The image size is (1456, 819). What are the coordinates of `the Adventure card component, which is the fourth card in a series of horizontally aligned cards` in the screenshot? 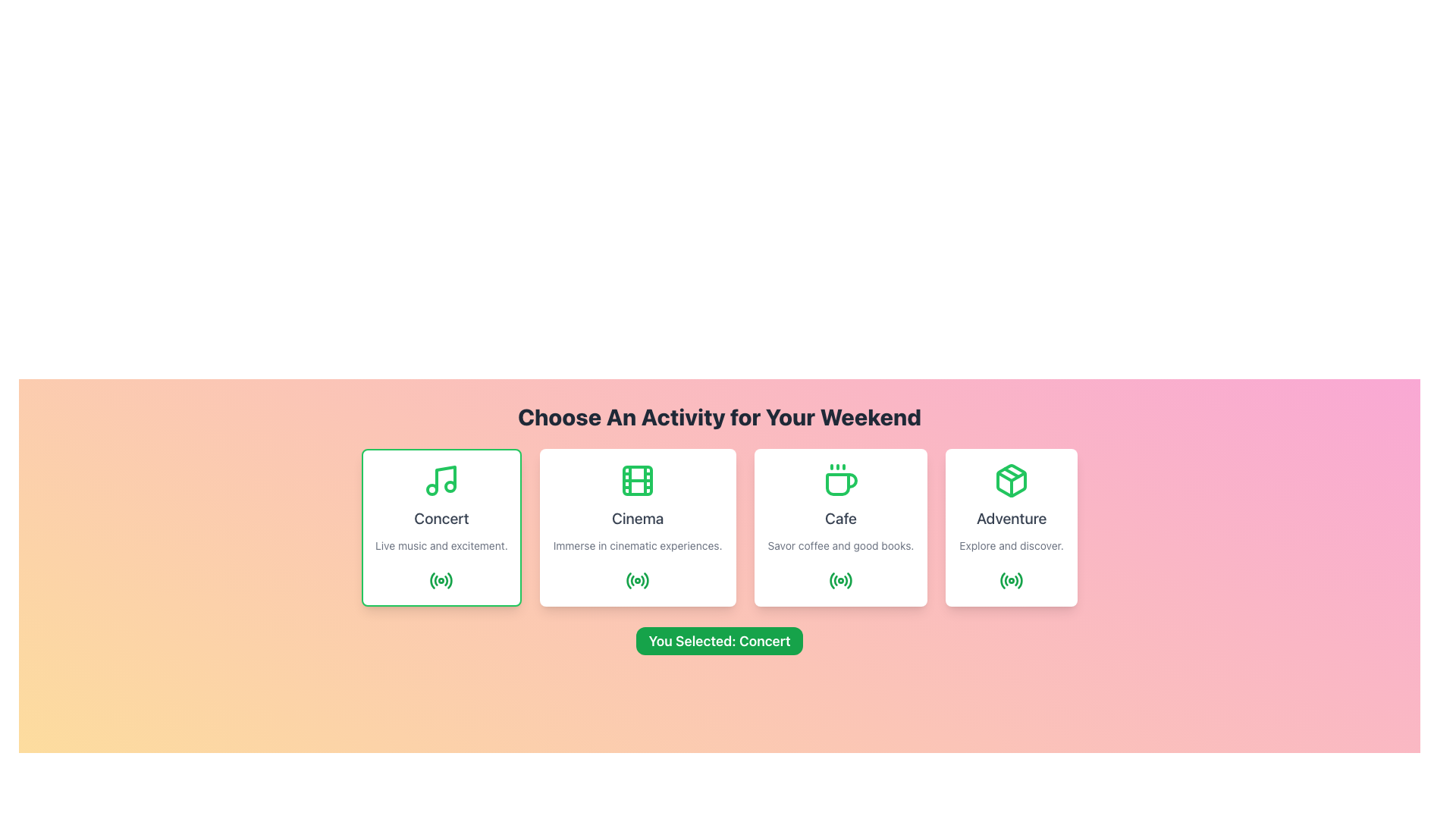 It's located at (1012, 526).